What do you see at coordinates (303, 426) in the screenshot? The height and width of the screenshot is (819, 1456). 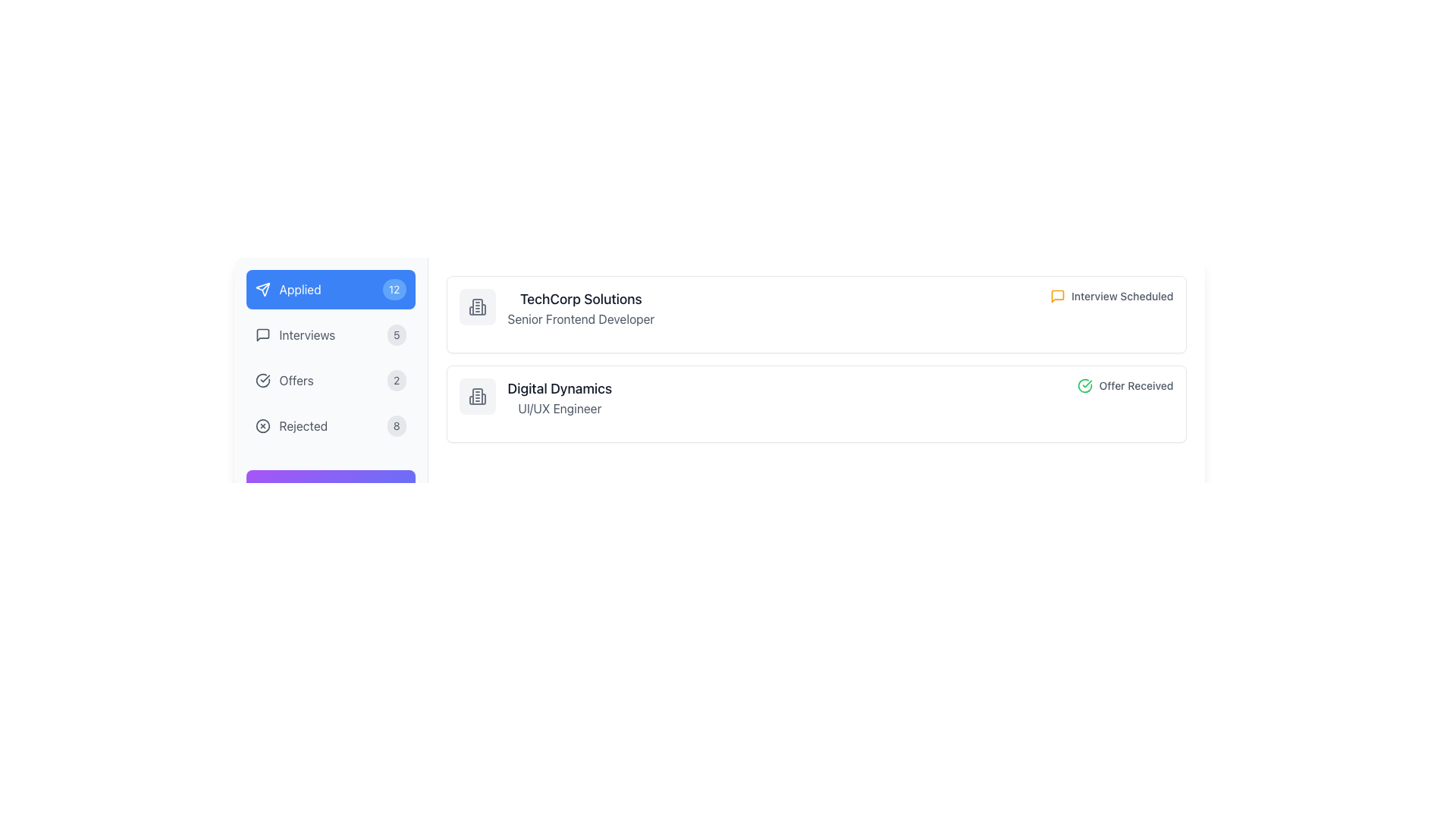 I see `text label indicating the 'Rejected' status located in the left sidebar, fourth option under 'Applied' and 'Offers'` at bounding box center [303, 426].